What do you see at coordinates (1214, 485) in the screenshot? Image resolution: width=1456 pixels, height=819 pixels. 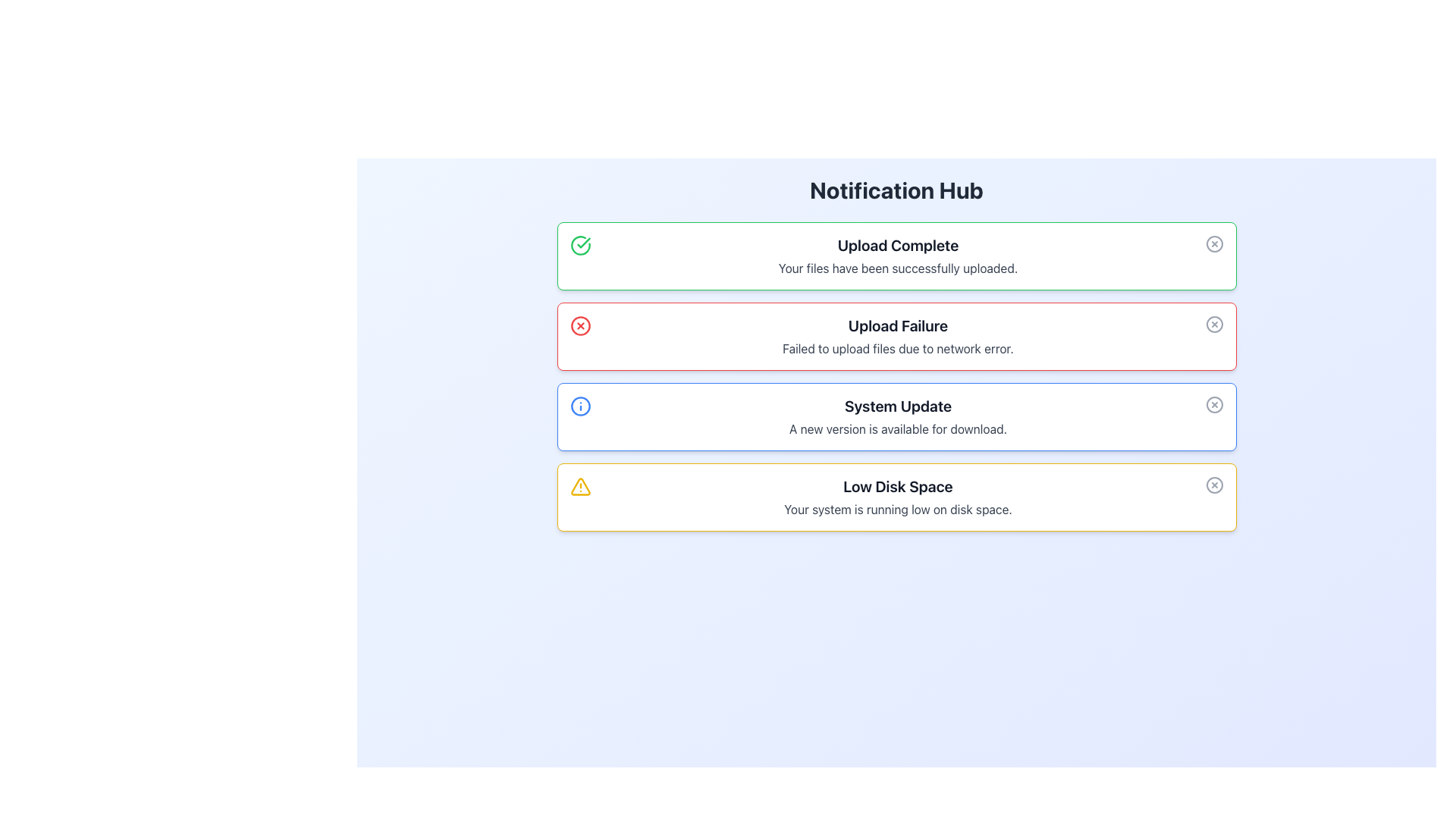 I see `the close button located at the top-right corner of the 'Low Disk Space' notification card` at bounding box center [1214, 485].